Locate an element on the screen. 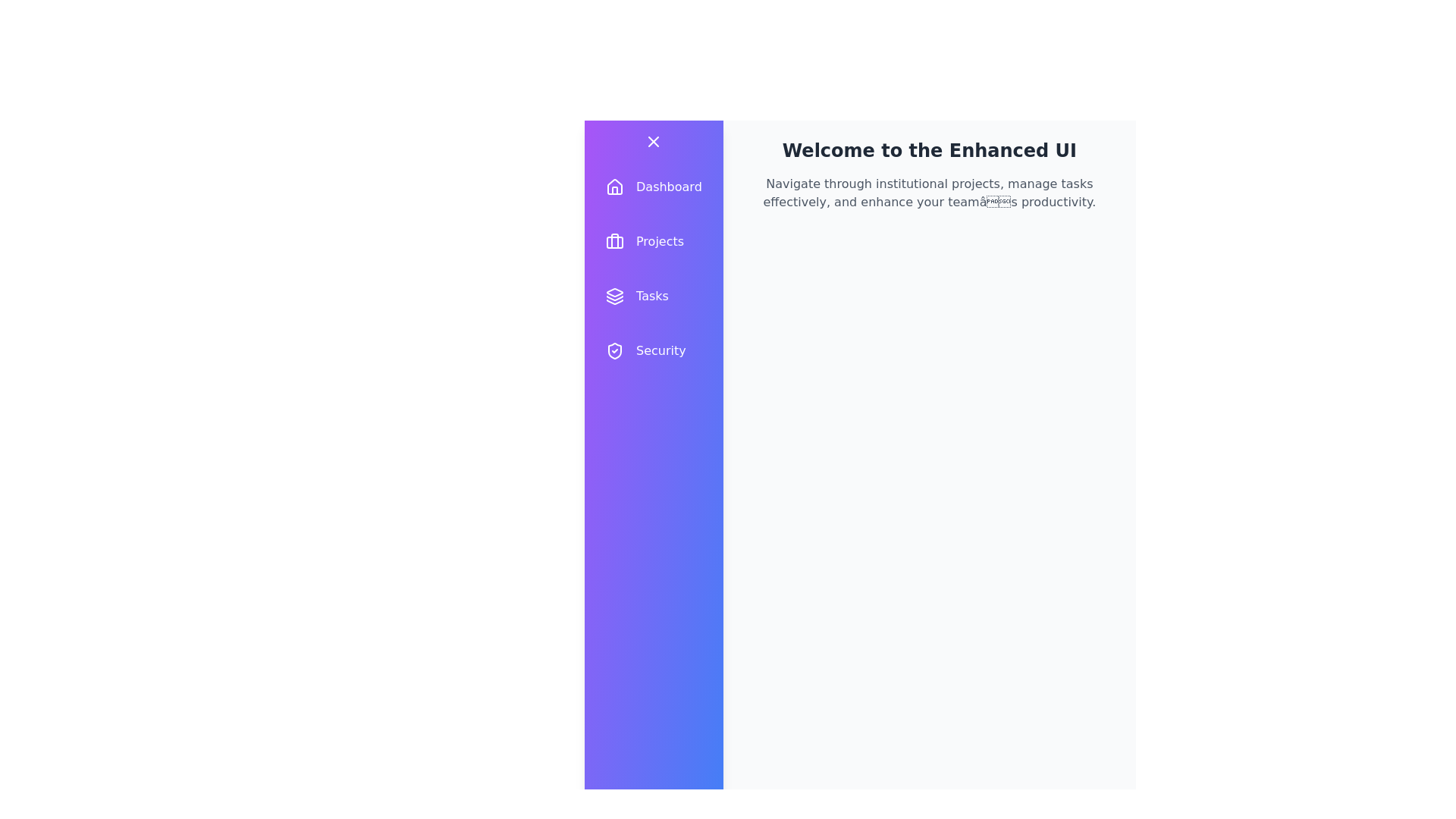 Image resolution: width=1456 pixels, height=819 pixels. the 'Dashboard' Navigation button, which features a house-shaped icon and is the first entry in the vertical navigation list is located at coordinates (654, 186).